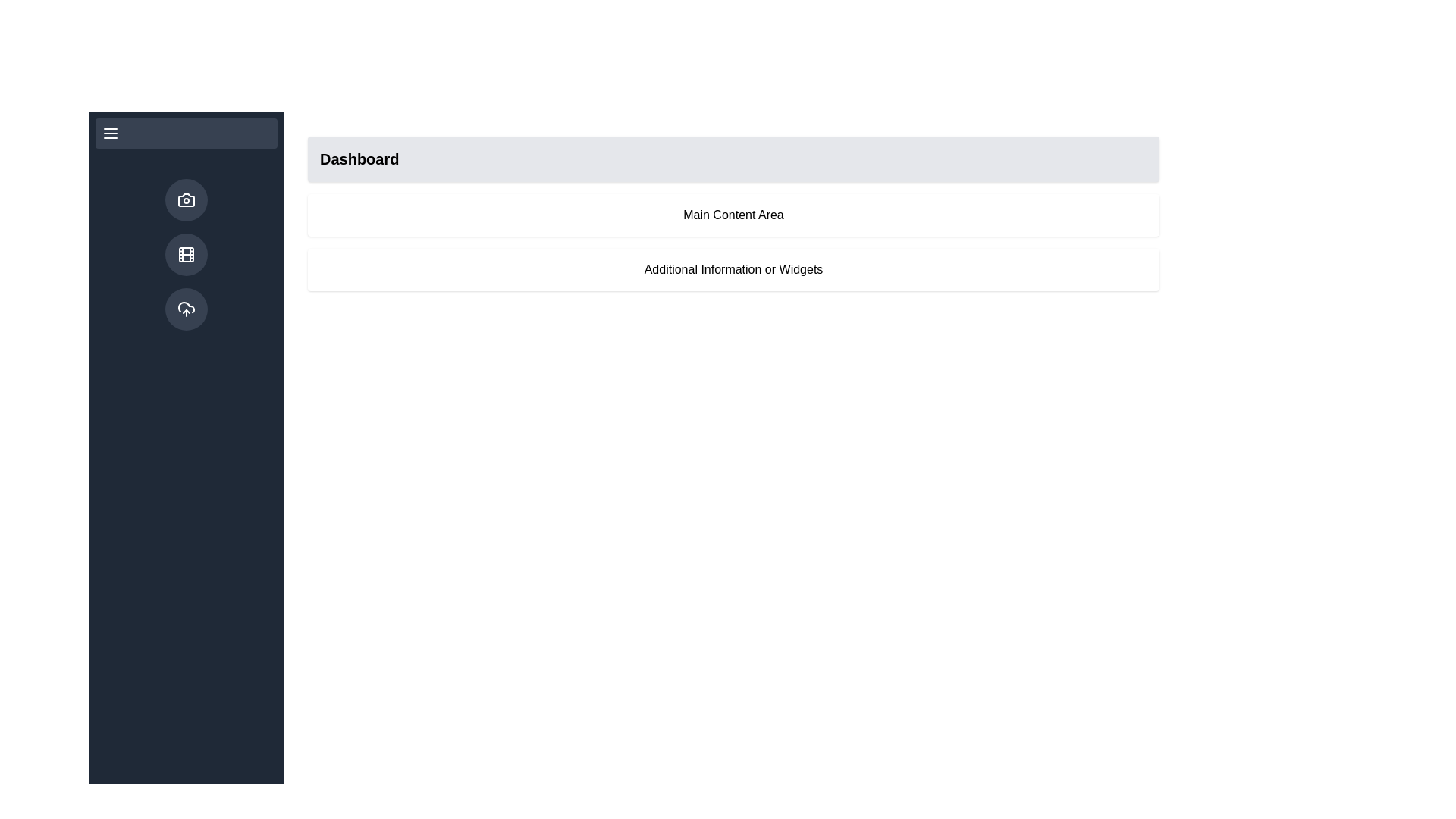 The height and width of the screenshot is (819, 1456). I want to click on the film strip icon component located, so click(185, 253).